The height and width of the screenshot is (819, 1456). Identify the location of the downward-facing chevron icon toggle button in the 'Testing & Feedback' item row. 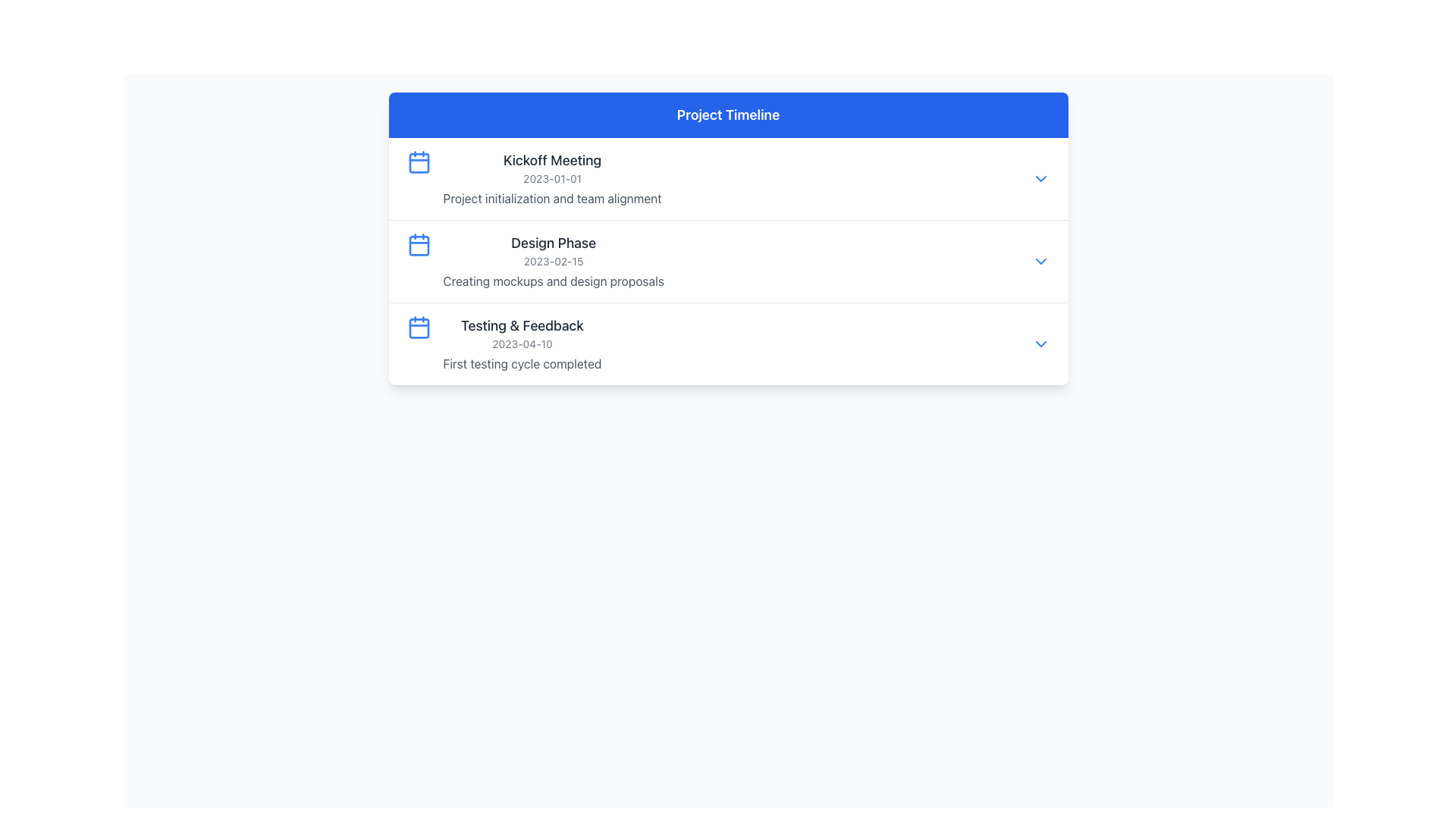
(1040, 344).